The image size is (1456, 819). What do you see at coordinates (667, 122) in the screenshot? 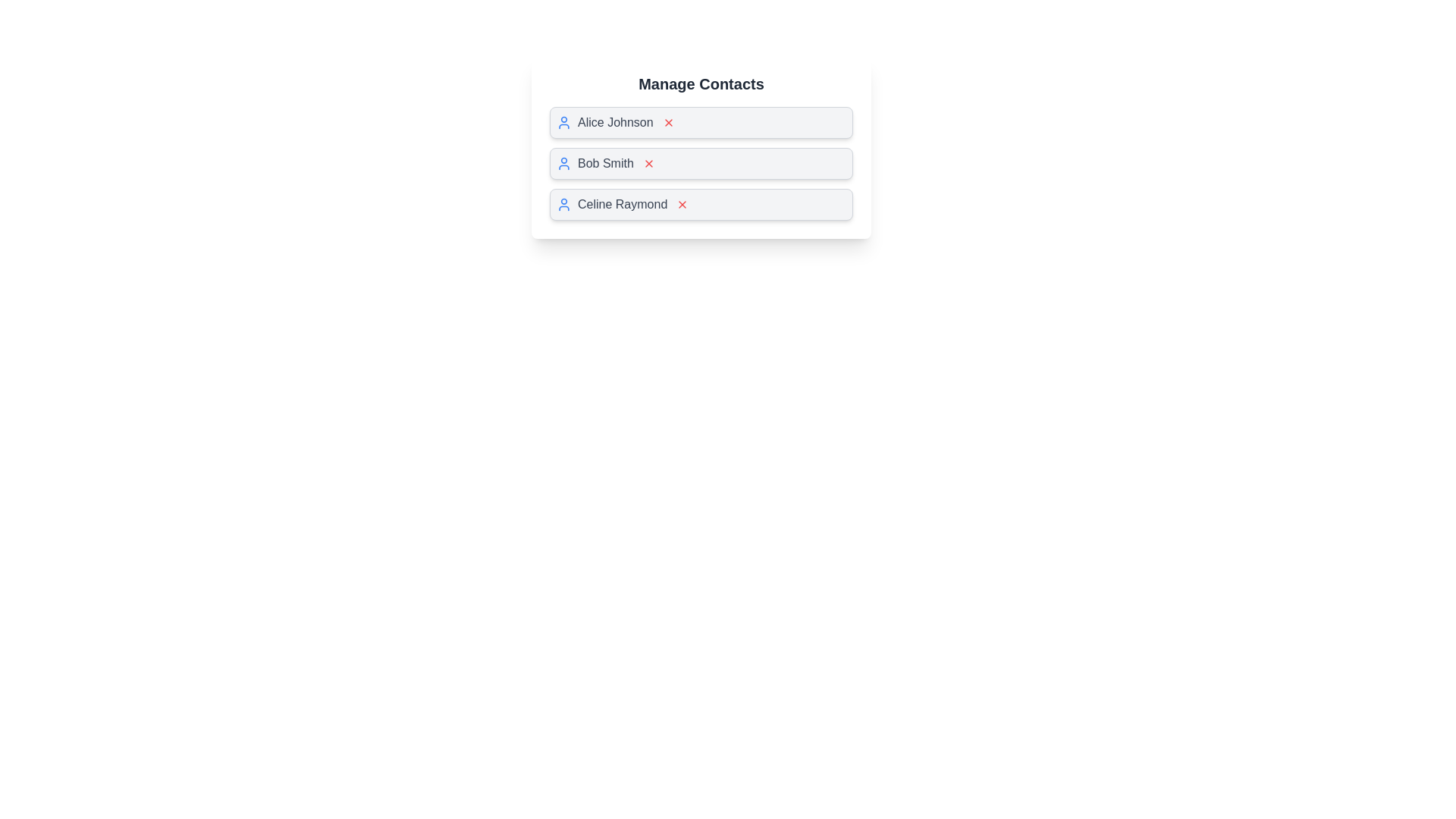
I see `remove button for the contact named Alice Johnson` at bounding box center [667, 122].